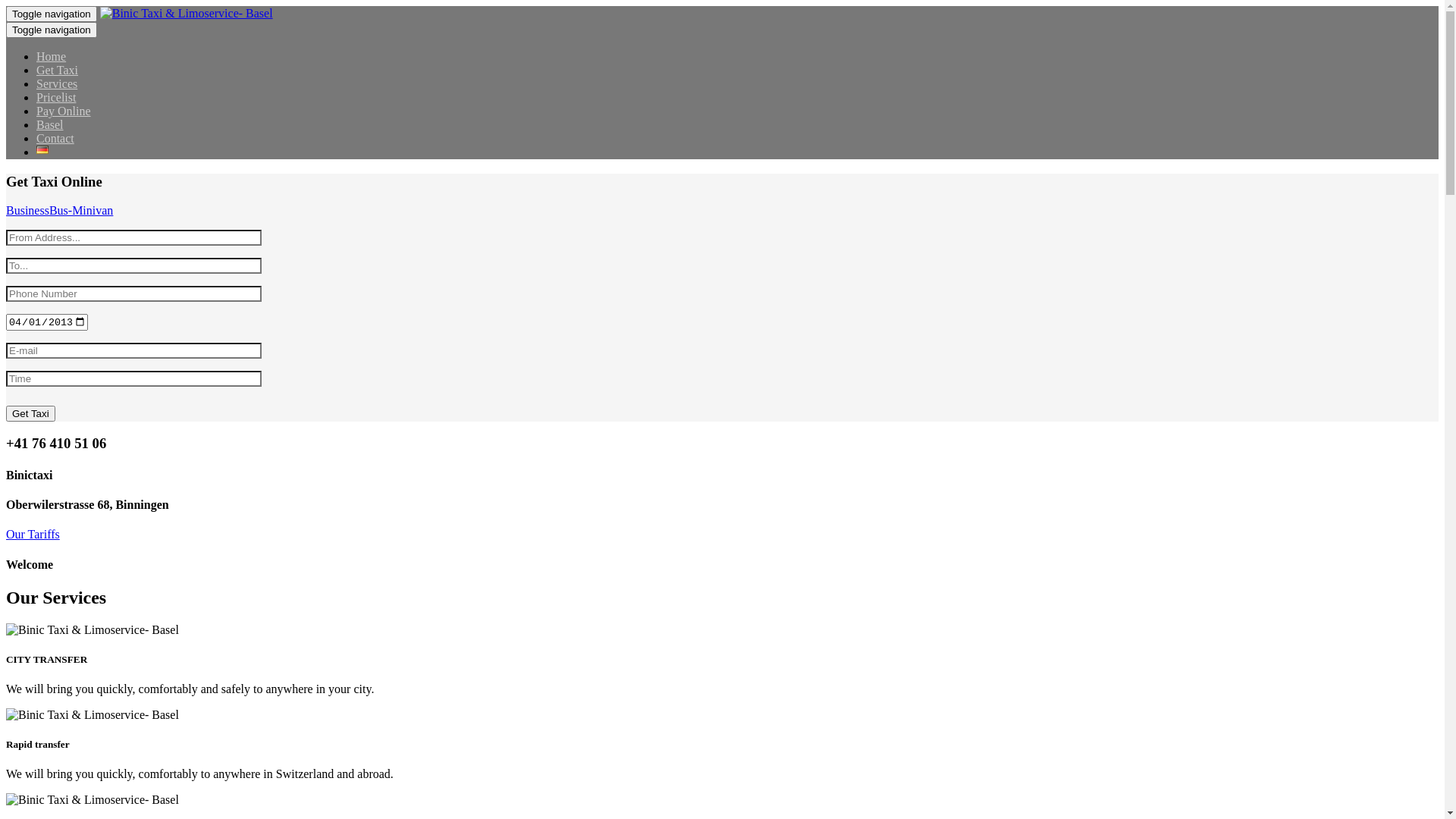  I want to click on 'Home', so click(36, 55).